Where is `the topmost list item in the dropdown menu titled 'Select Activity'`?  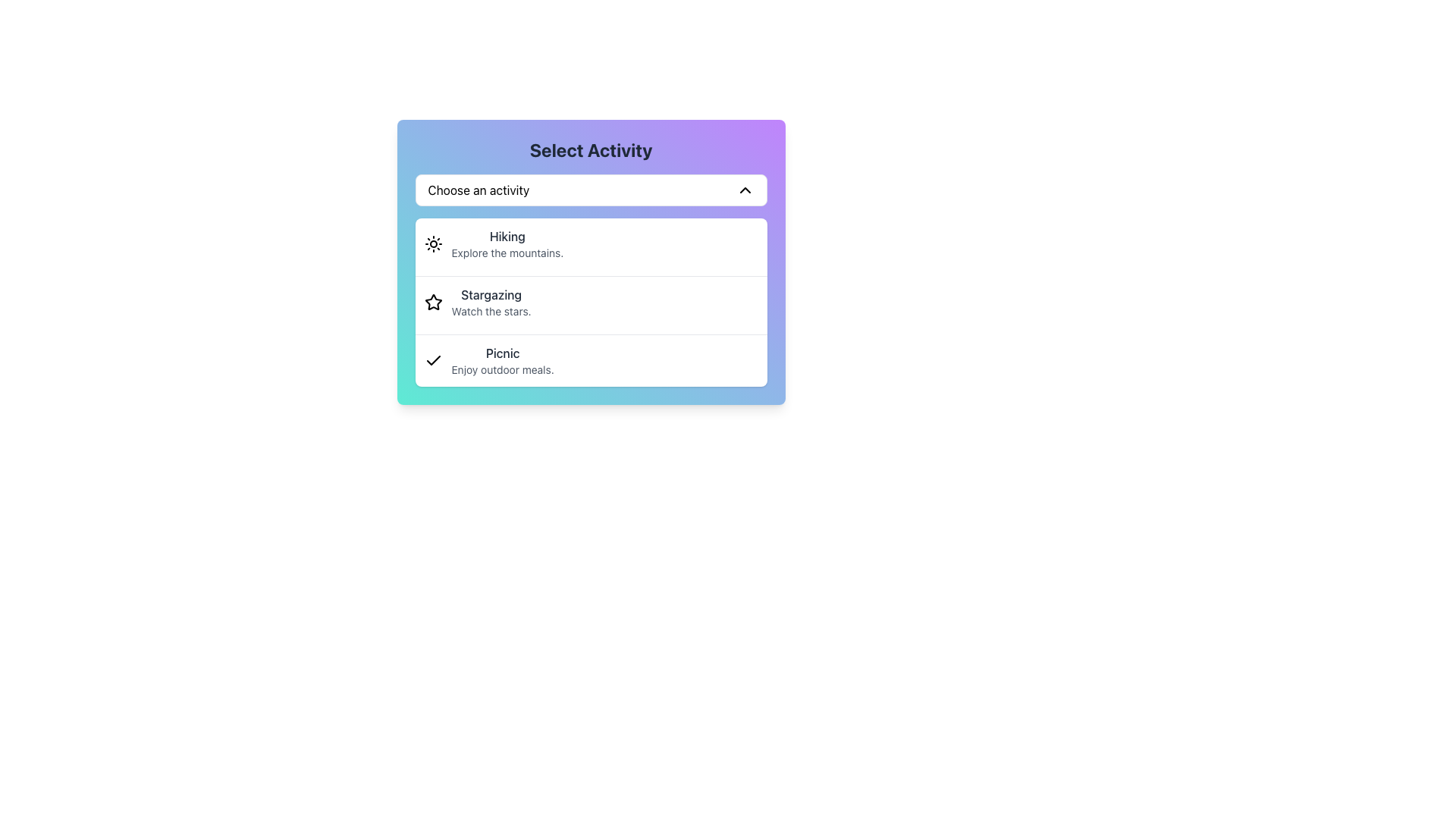 the topmost list item in the dropdown menu titled 'Select Activity' is located at coordinates (590, 243).